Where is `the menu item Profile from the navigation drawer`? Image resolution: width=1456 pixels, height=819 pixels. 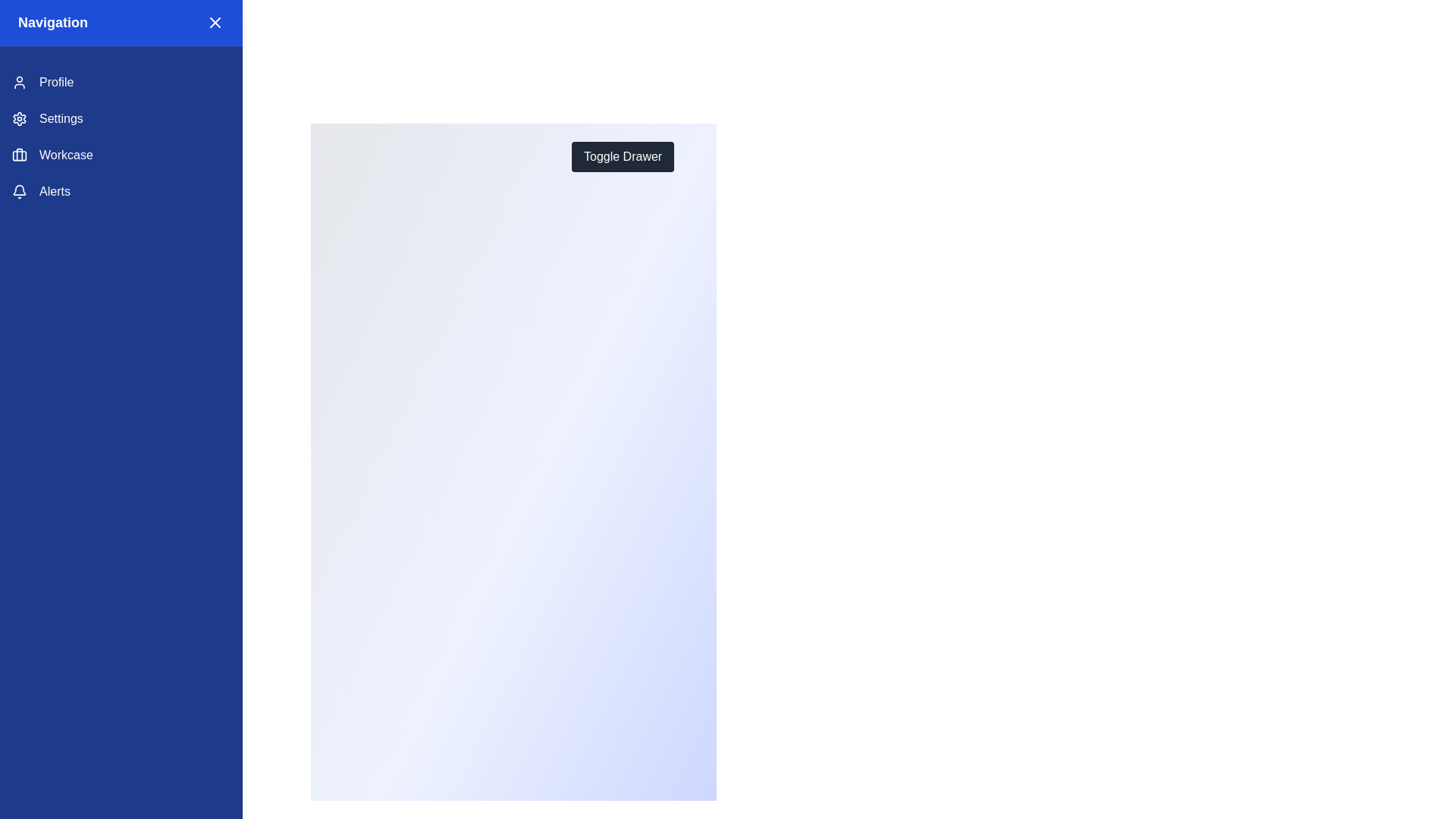 the menu item Profile from the navigation drawer is located at coordinates (120, 82).